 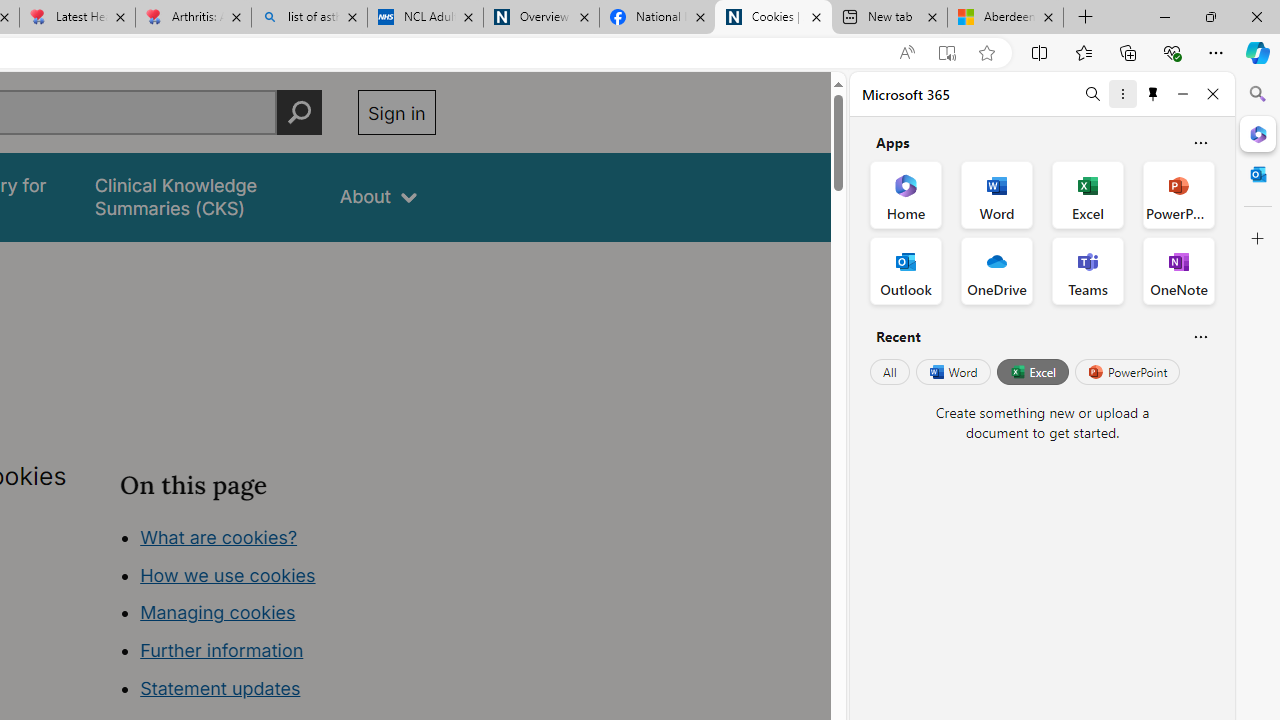 What do you see at coordinates (1032, 372) in the screenshot?
I see `'Excel'` at bounding box center [1032, 372].